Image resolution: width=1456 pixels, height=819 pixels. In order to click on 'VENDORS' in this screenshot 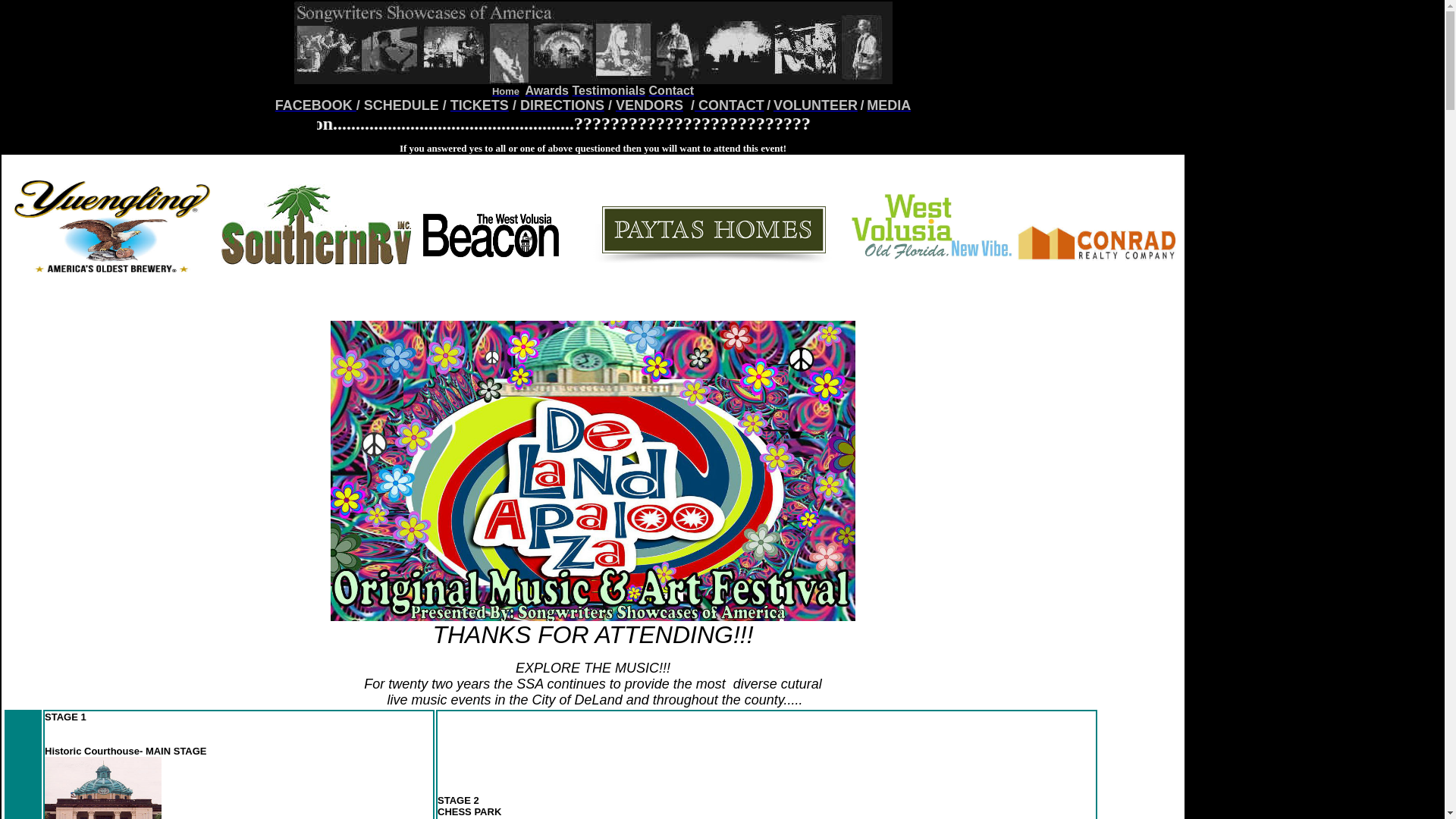, I will do `click(649, 104)`.